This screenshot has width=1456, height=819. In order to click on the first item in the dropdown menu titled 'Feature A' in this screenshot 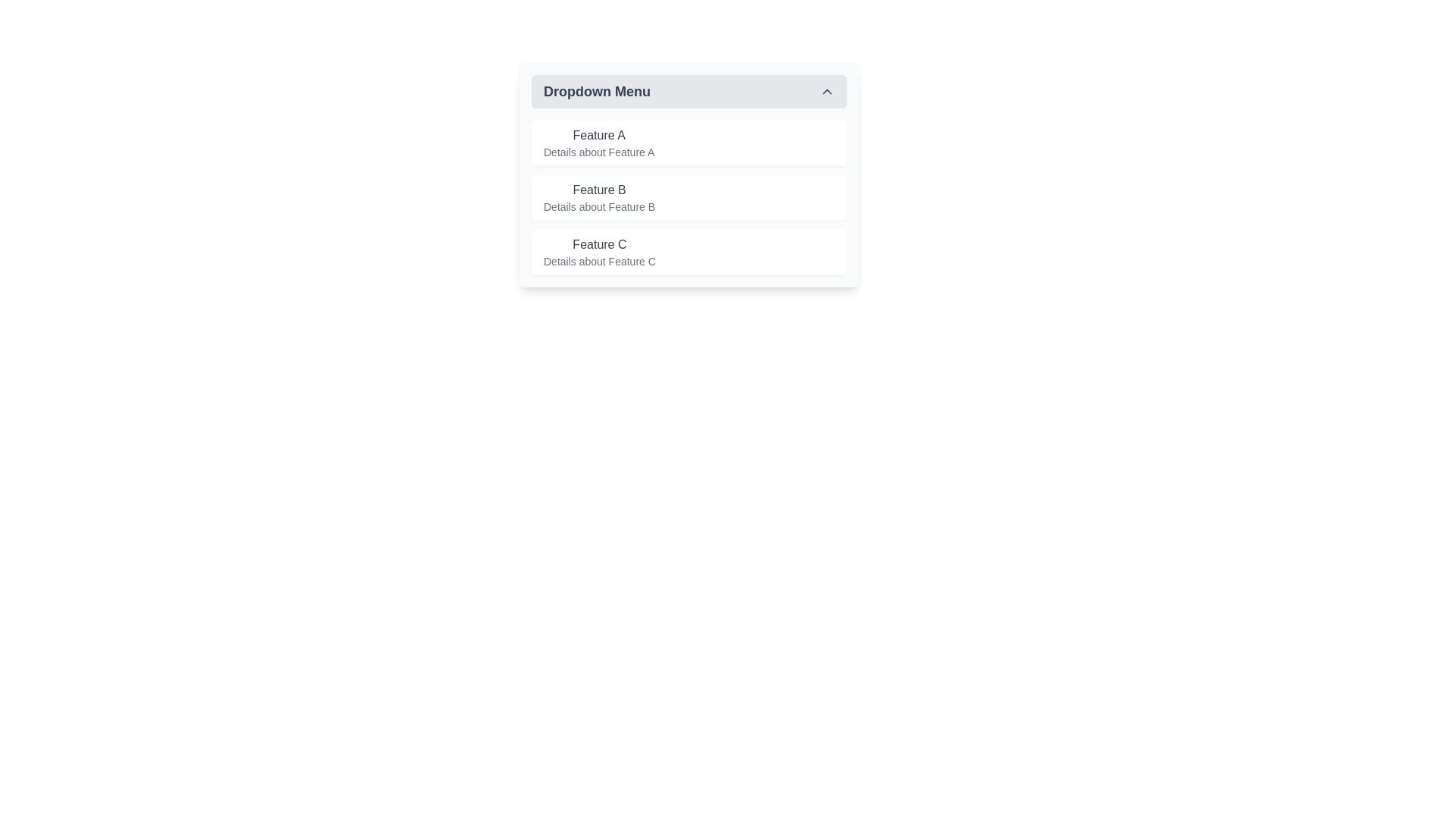, I will do `click(688, 143)`.